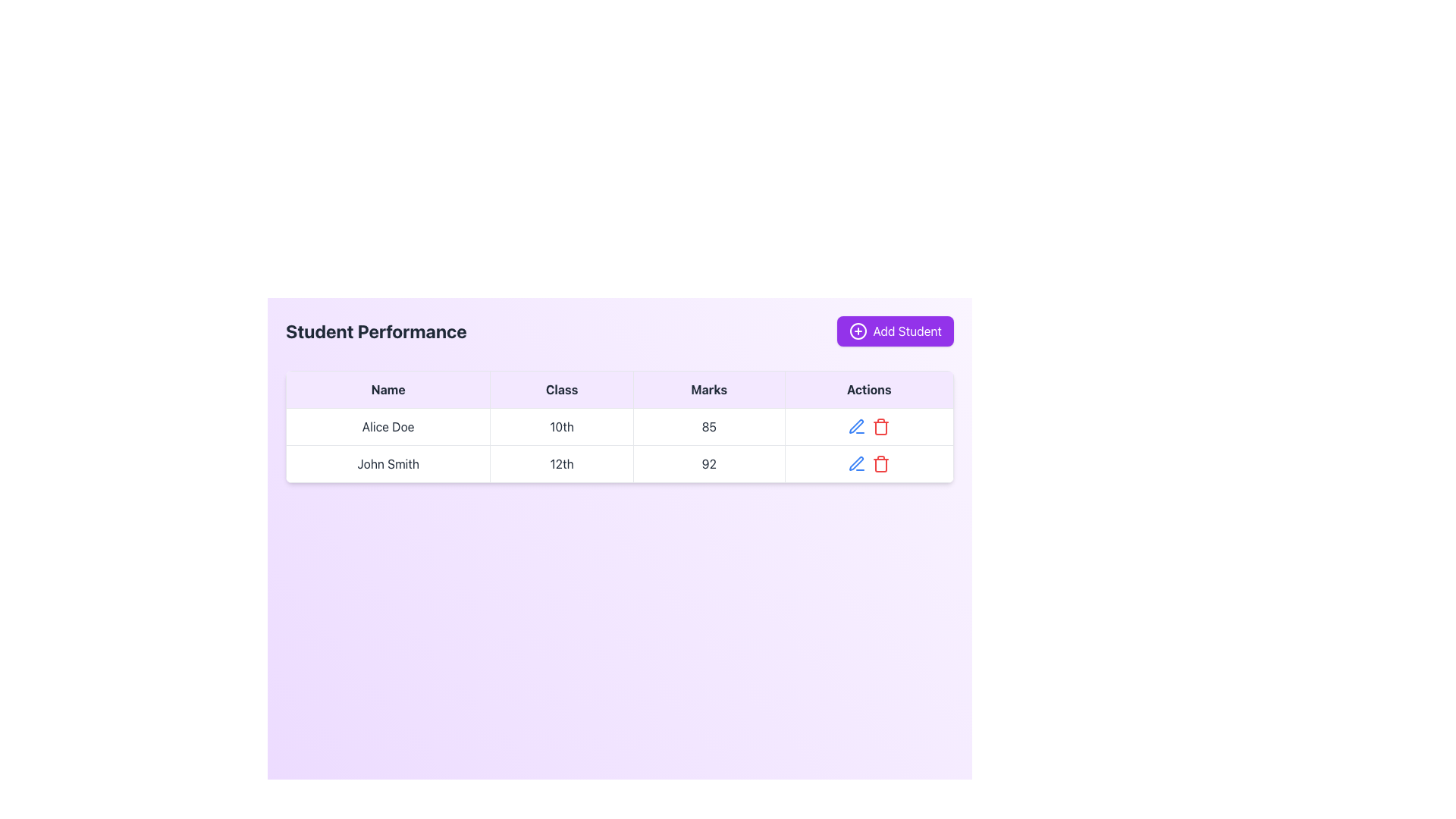  I want to click on the red trash icon located in the 'Actions' column of the second row of the data table, so click(881, 427).